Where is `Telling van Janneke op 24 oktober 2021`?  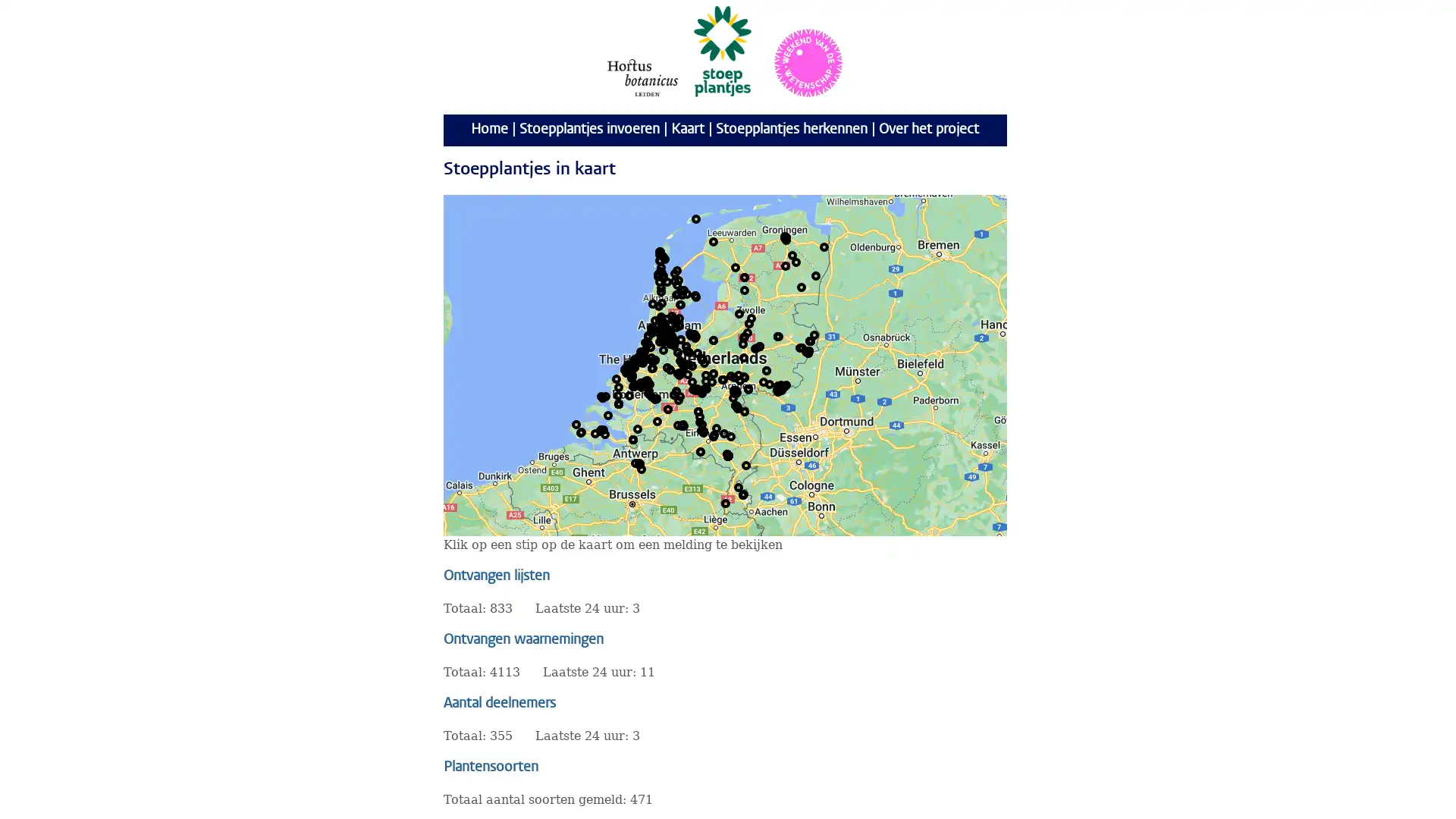 Telling van Janneke op 24 oktober 2021 is located at coordinates (604, 433).